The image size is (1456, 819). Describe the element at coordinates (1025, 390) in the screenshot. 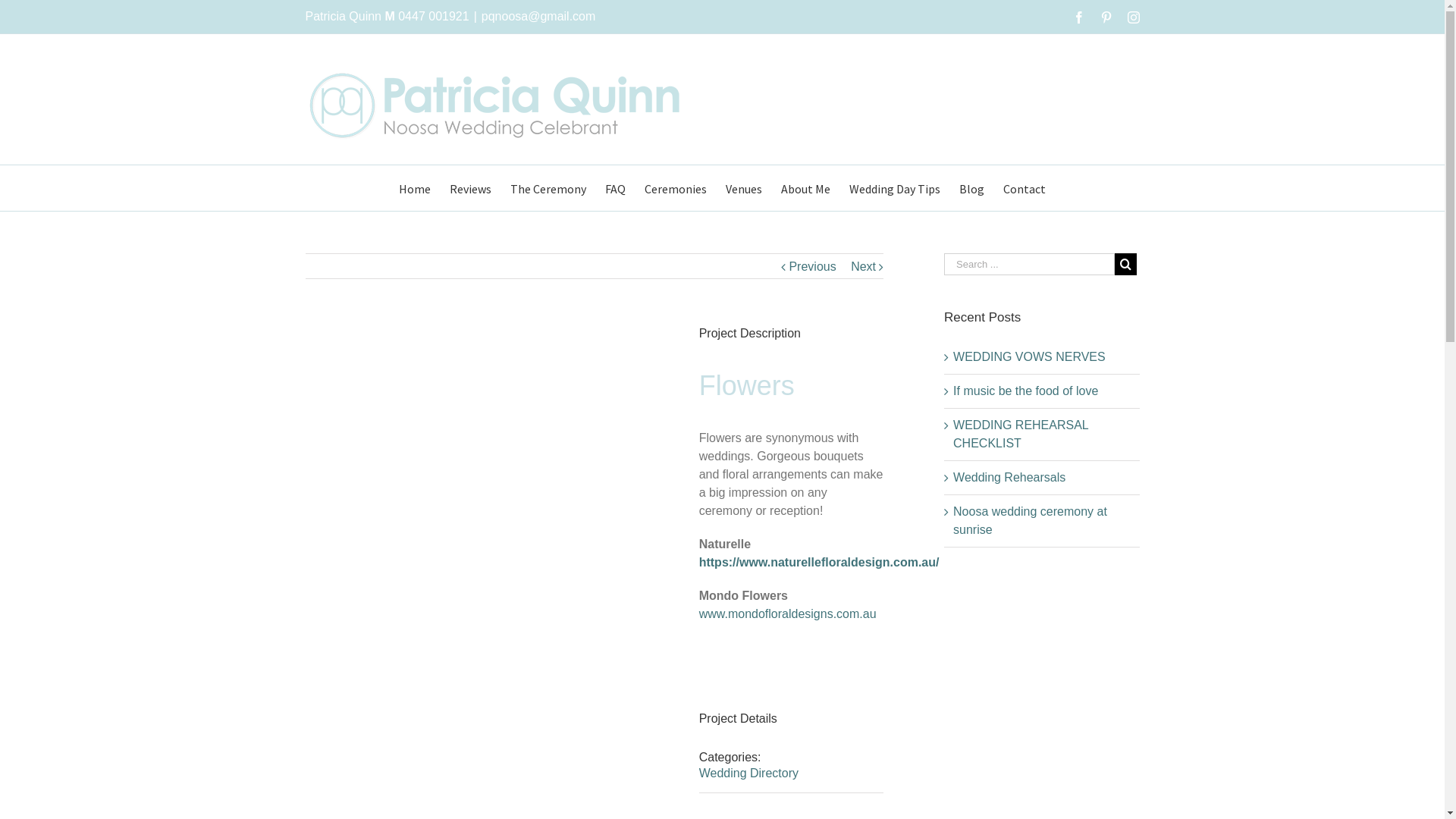

I see `'If music be the food of love'` at that location.